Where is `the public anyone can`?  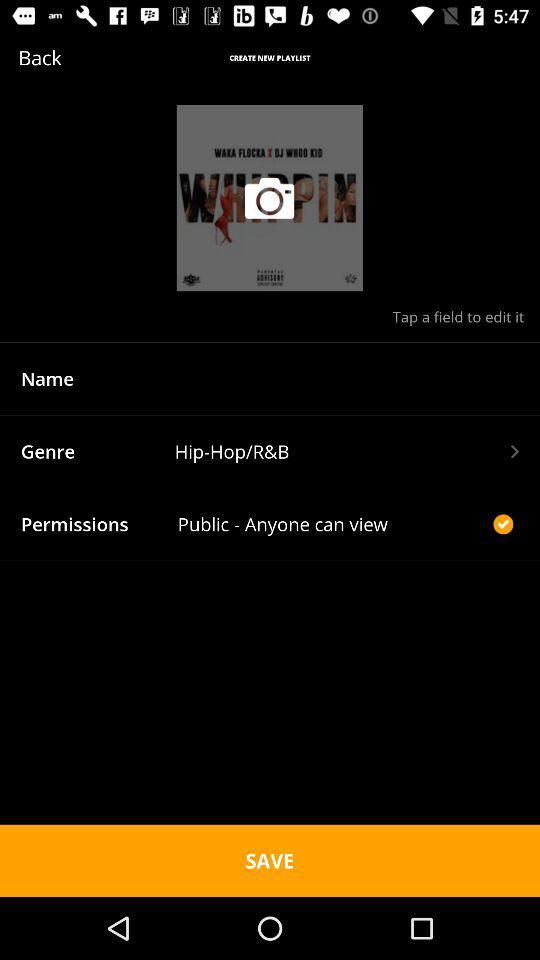 the public anyone can is located at coordinates (332, 523).